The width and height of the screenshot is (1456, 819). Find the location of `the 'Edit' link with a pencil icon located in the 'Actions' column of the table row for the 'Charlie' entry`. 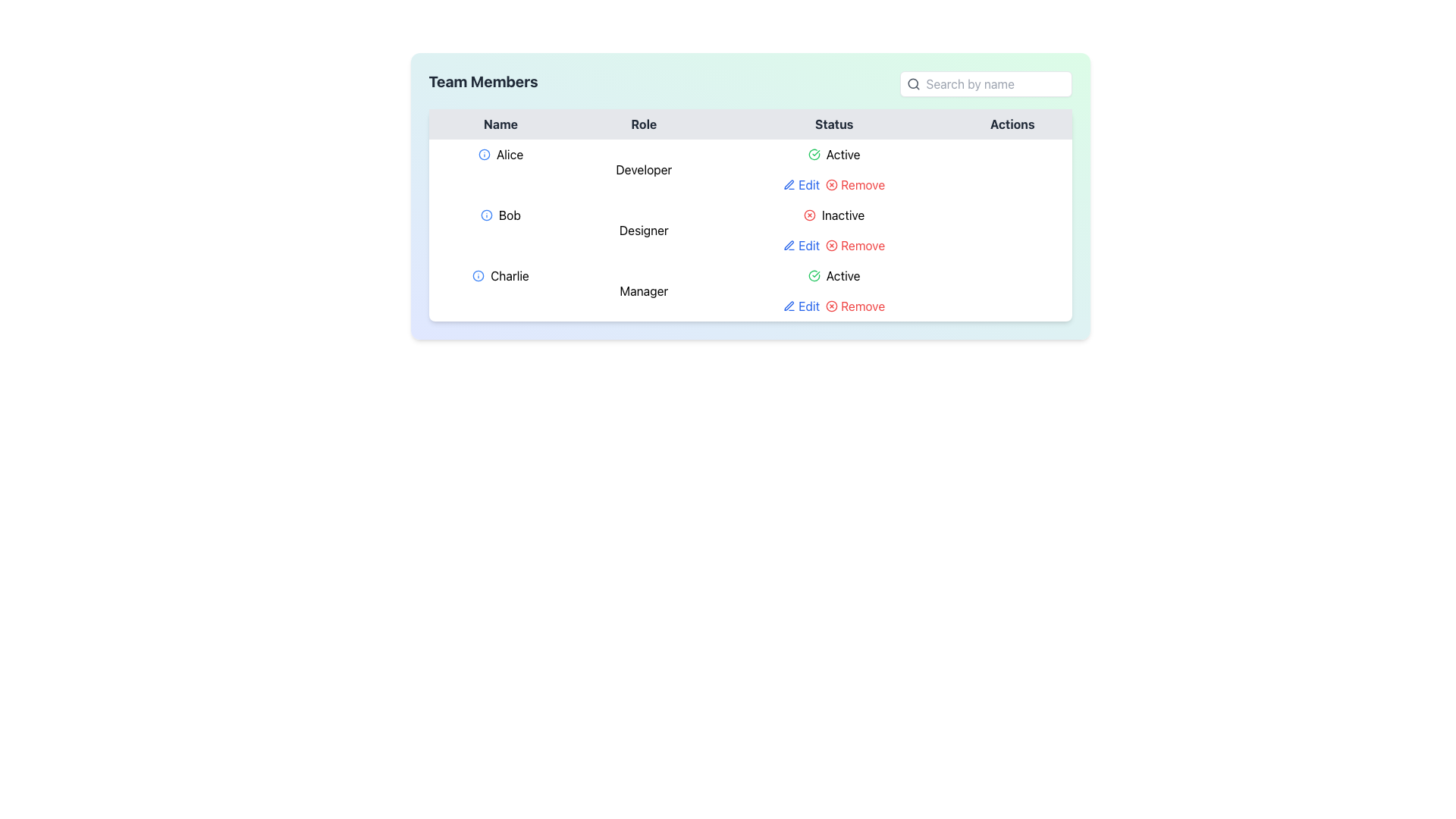

the 'Edit' link with a pencil icon located in the 'Actions' column of the table row for the 'Charlie' entry is located at coordinates (801, 306).